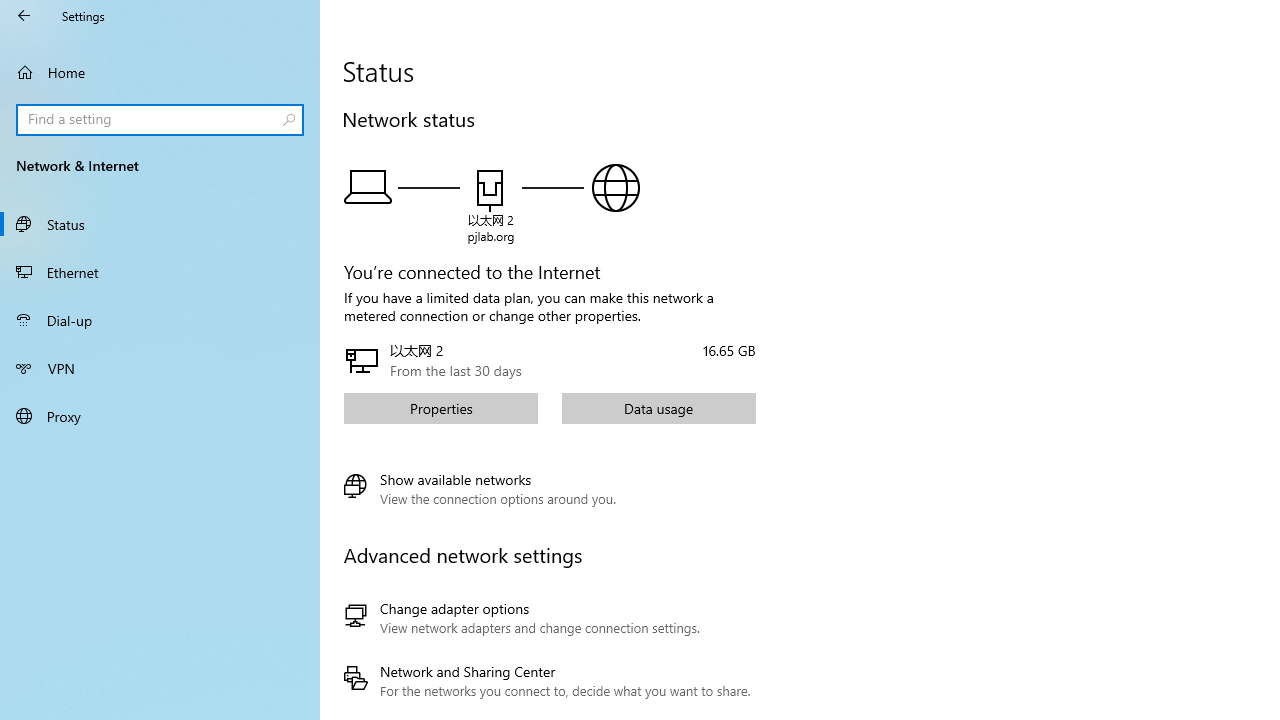  What do you see at coordinates (160, 319) in the screenshot?
I see `'Dial-up'` at bounding box center [160, 319].